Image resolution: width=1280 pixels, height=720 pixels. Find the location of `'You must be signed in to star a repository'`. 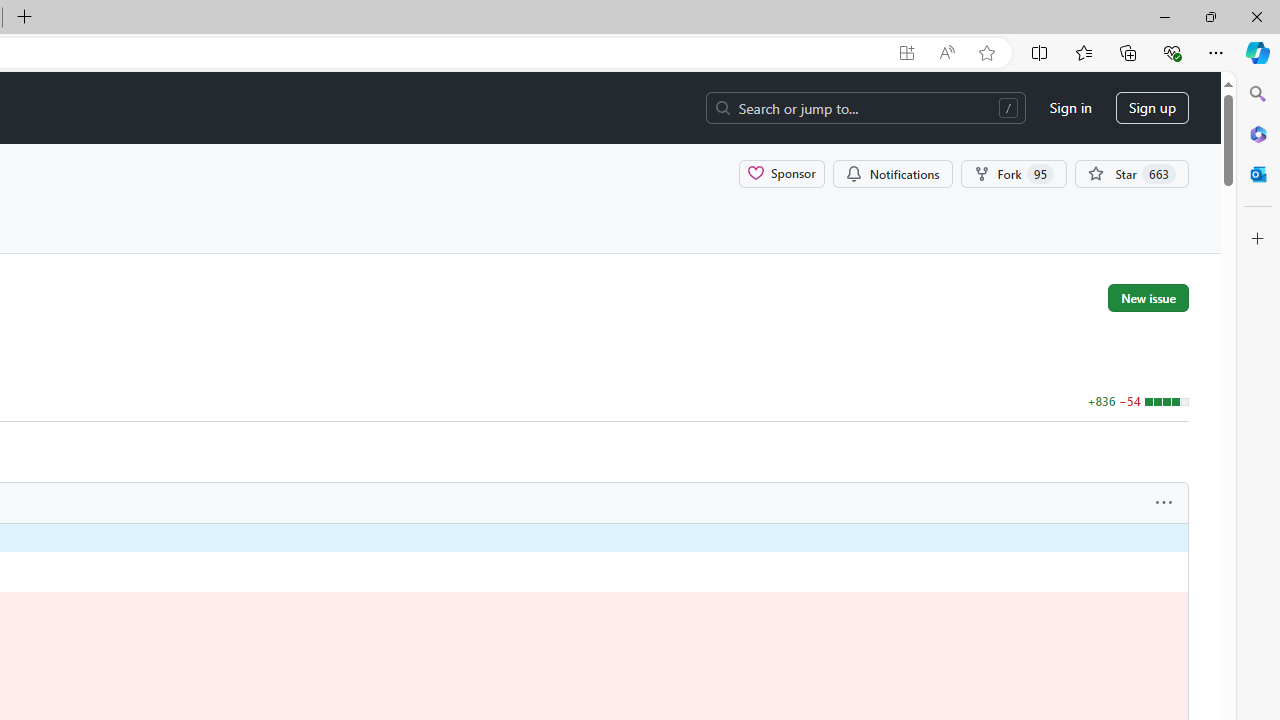

'You must be signed in to star a repository' is located at coordinates (1132, 172).